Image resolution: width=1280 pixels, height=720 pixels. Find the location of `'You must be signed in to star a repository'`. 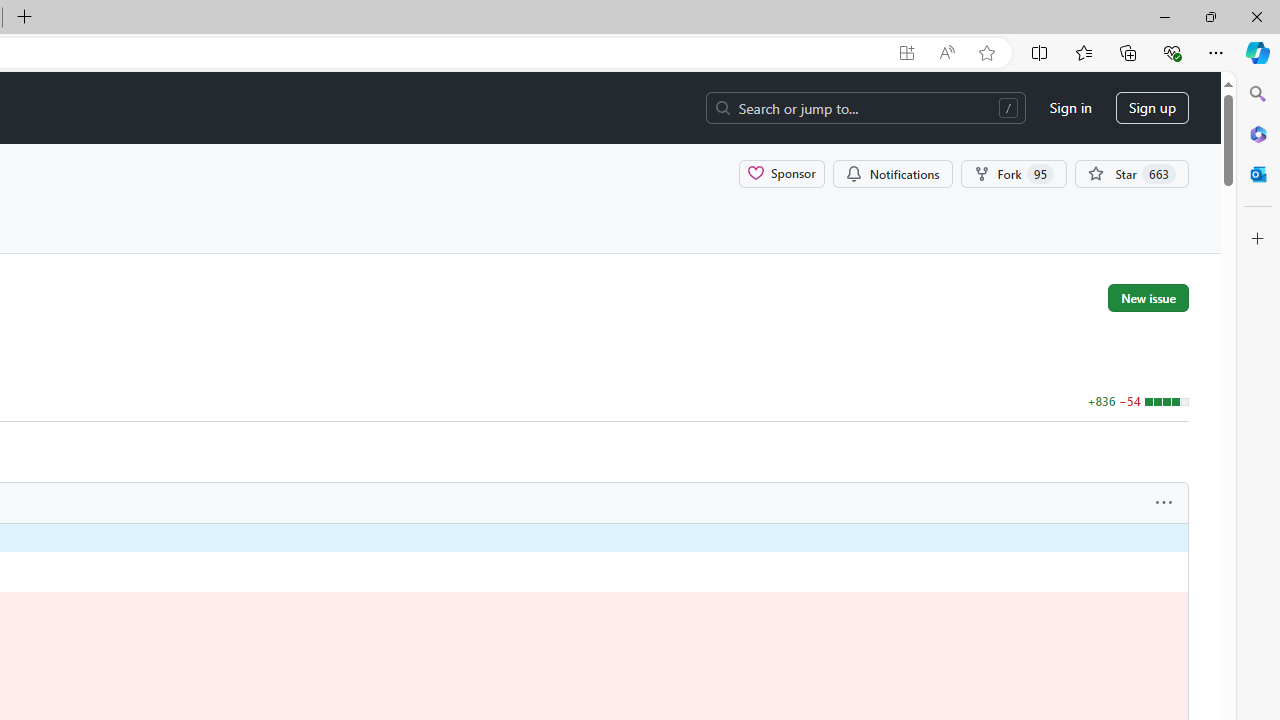

'You must be signed in to star a repository' is located at coordinates (1132, 172).